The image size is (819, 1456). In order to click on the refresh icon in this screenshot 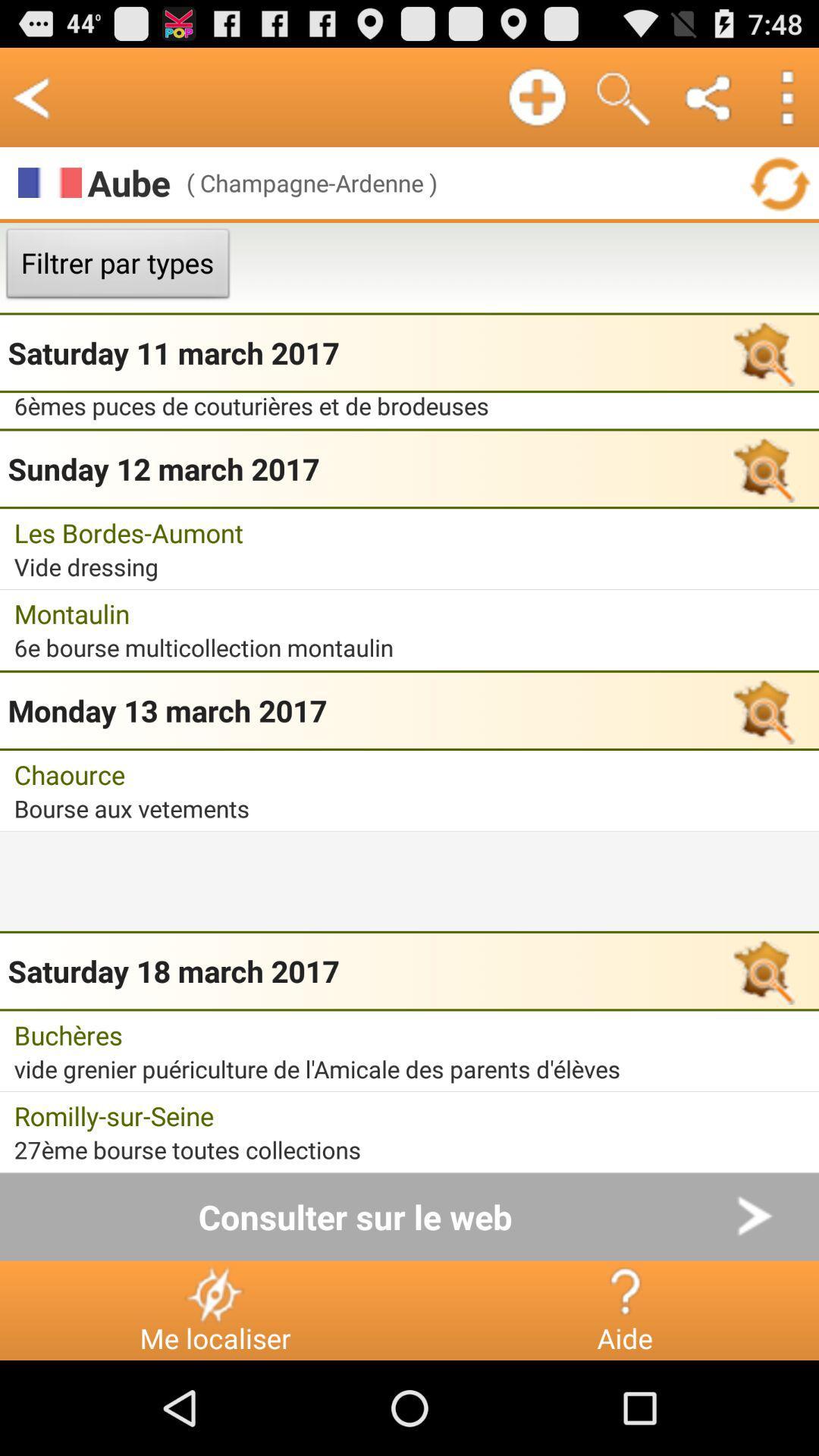, I will do `click(779, 195)`.